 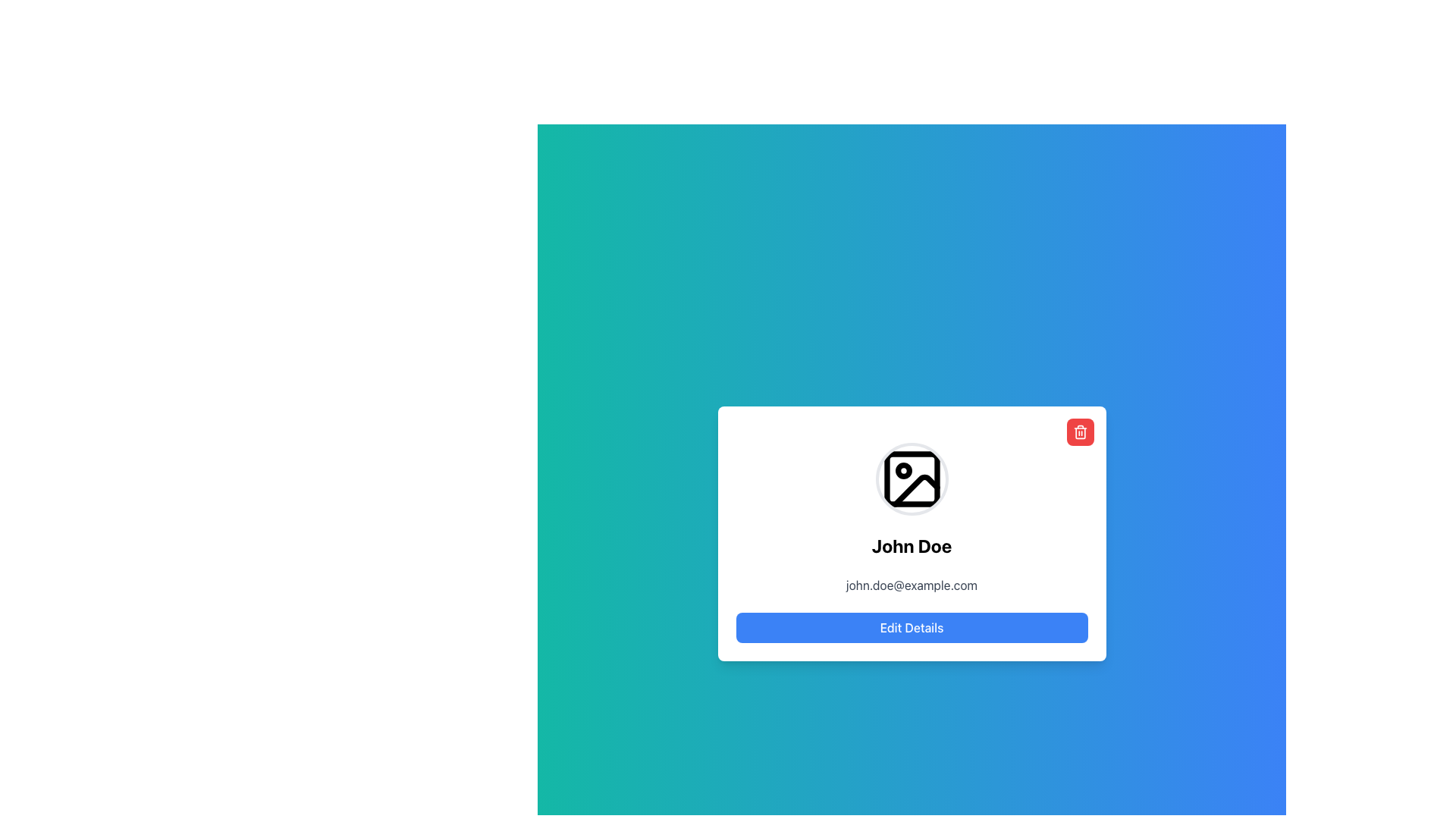 What do you see at coordinates (911, 628) in the screenshot?
I see `the button that allows access or editing of details for user 'John Doe', positioned below the email address 'john.doe@example.com'` at bounding box center [911, 628].